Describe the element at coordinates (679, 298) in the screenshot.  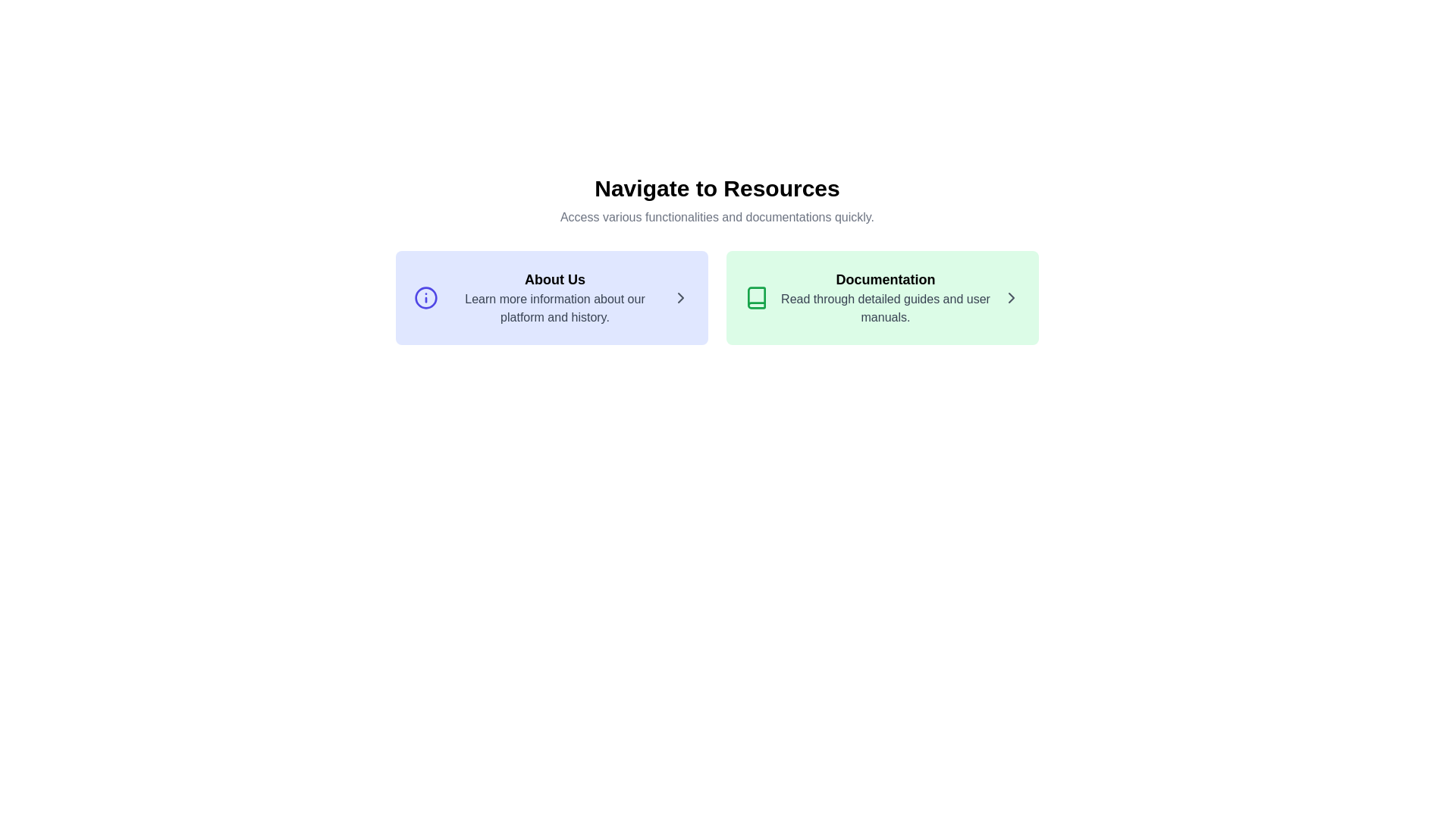
I see `the chevron icon located at the far right of the 'About Us' card` at that location.